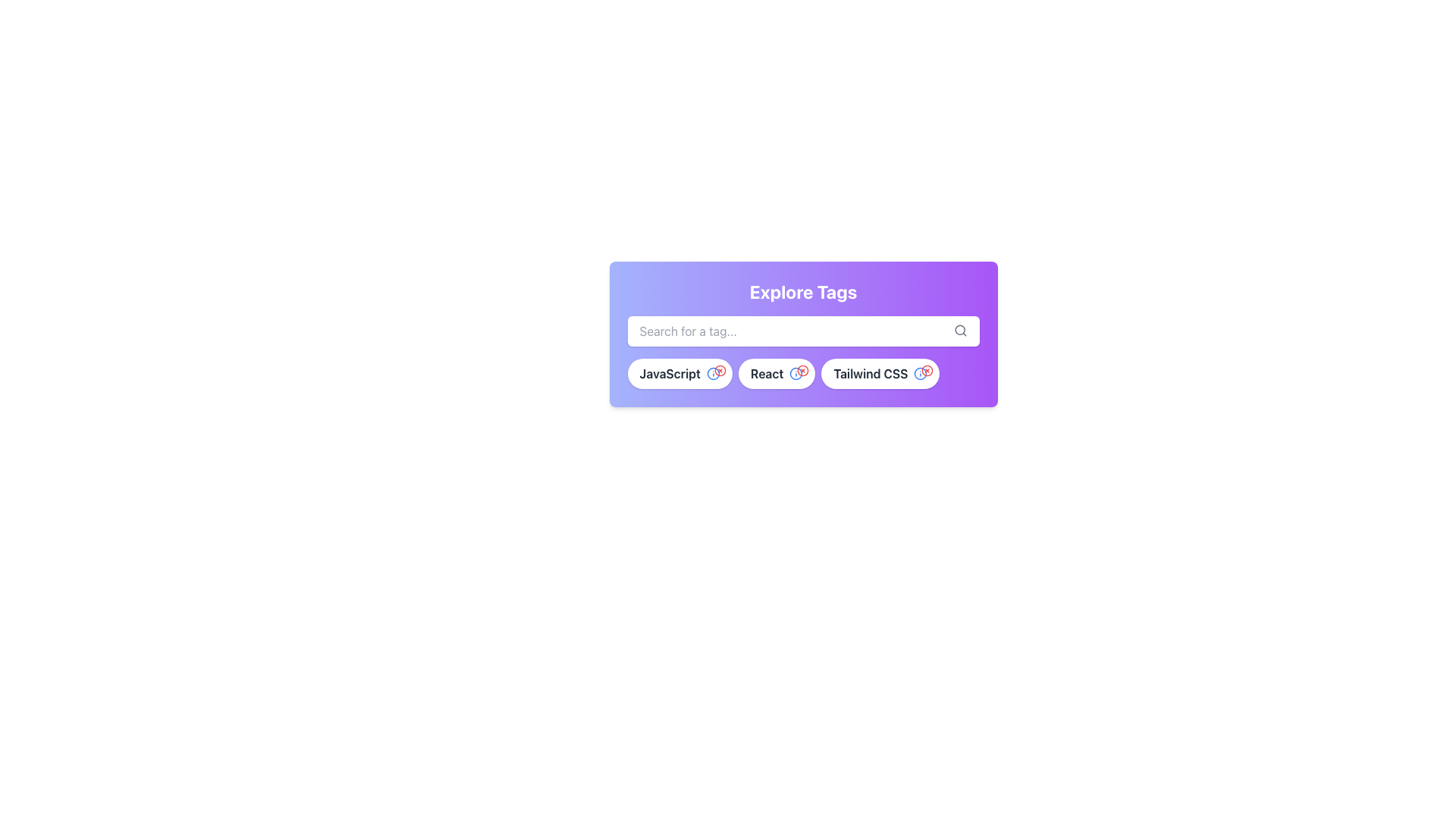  I want to click on the outermost Circle (SVG) element next to the 'React' tag, which serves as part of the information icon, so click(795, 374).